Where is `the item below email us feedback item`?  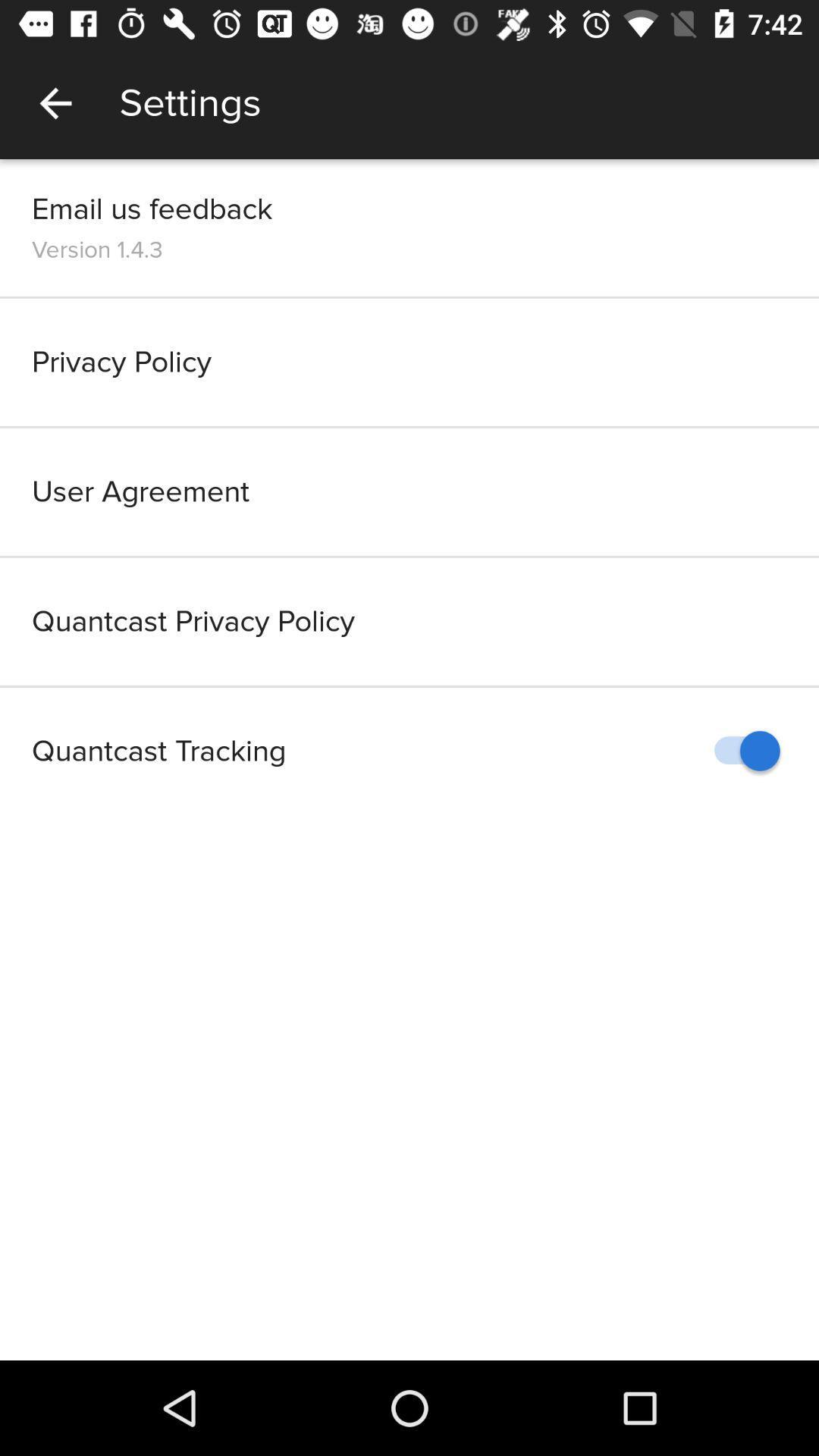
the item below email us feedback item is located at coordinates (97, 249).